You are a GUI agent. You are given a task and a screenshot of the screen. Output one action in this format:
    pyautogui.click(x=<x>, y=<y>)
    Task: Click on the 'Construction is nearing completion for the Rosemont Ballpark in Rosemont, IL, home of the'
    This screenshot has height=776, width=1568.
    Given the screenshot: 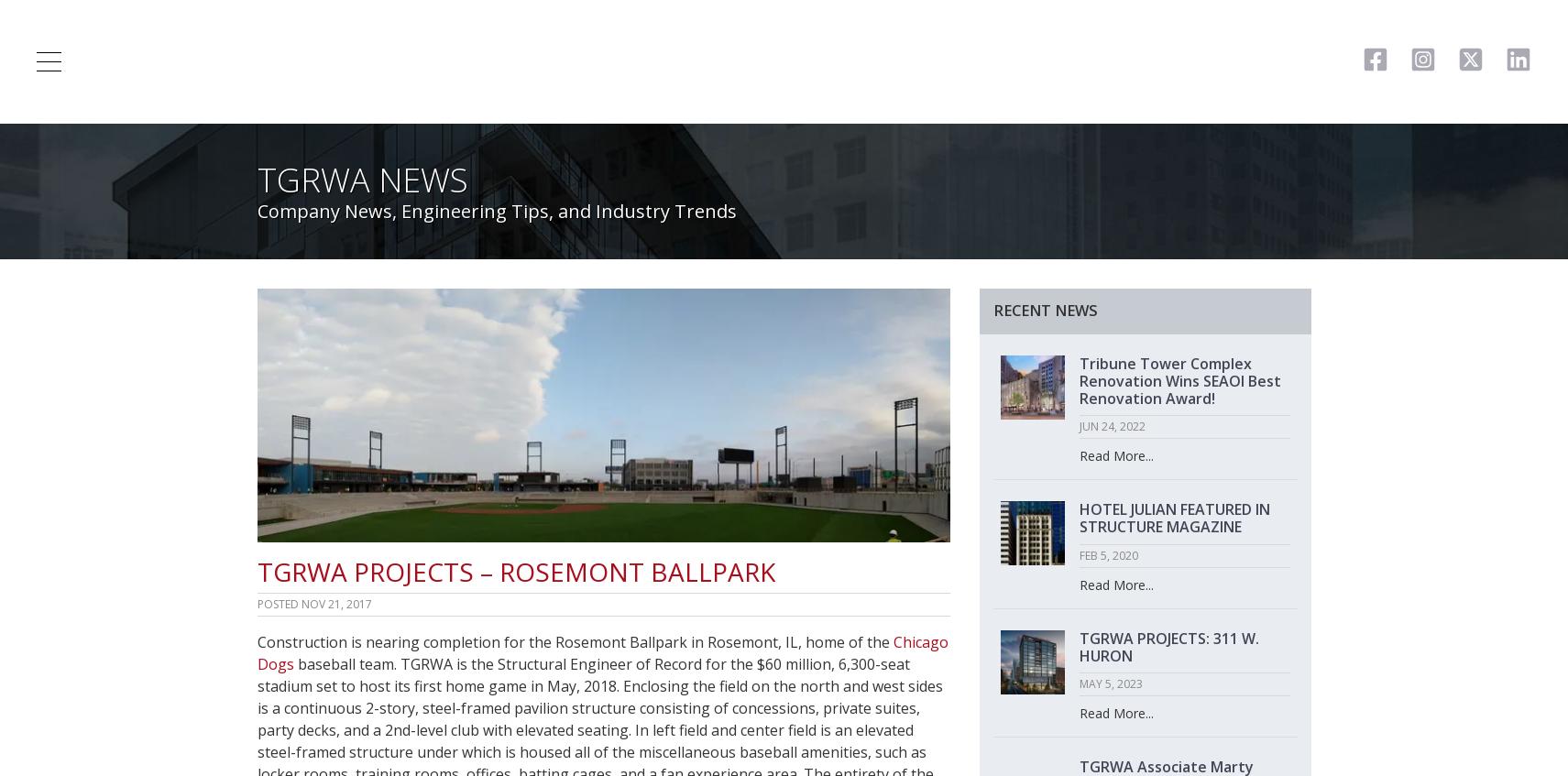 What is the action you would take?
    pyautogui.click(x=255, y=640)
    